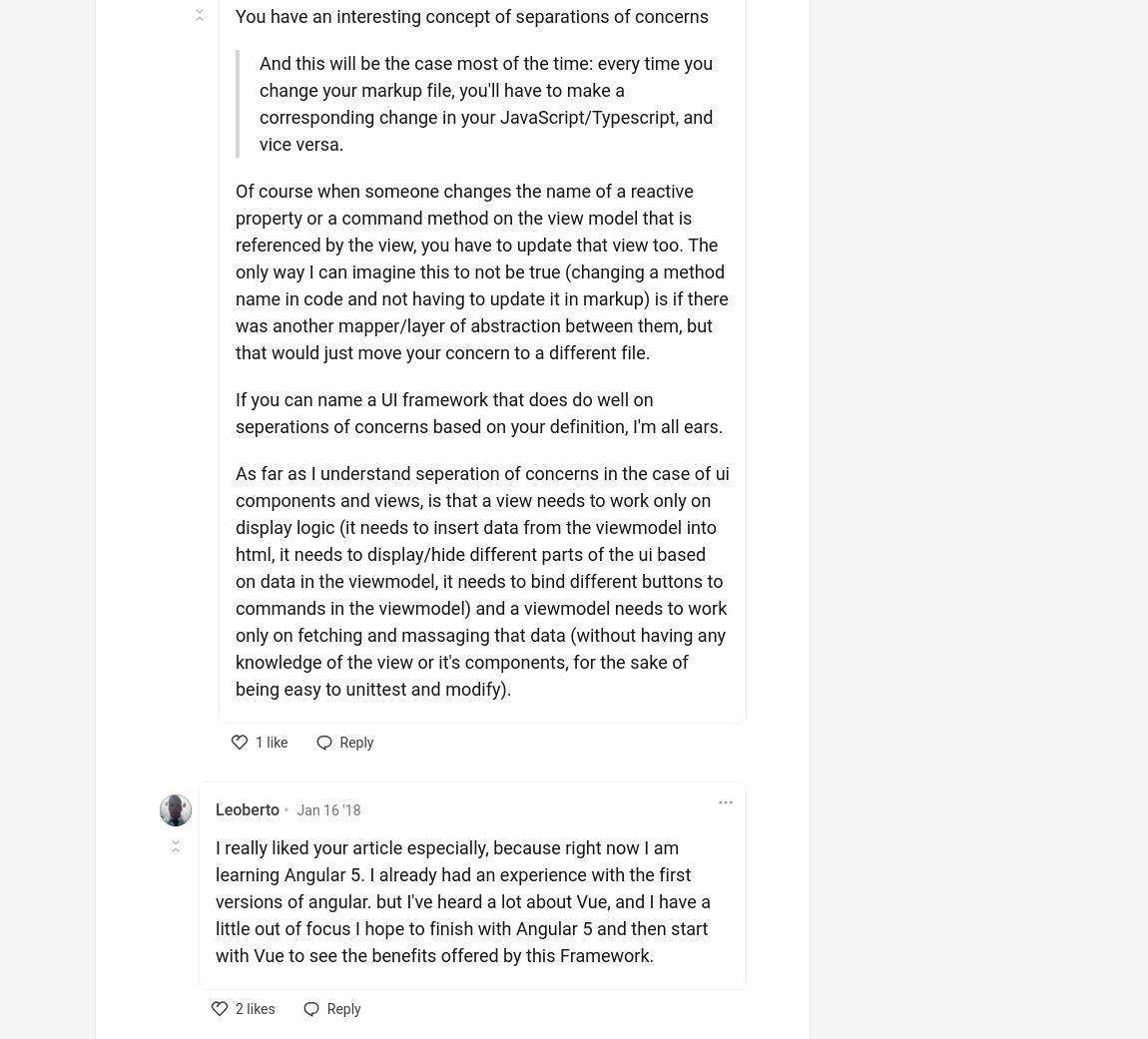 The height and width of the screenshot is (1039, 1148). Describe the element at coordinates (247, 809) in the screenshot. I see `'Leoberto'` at that location.